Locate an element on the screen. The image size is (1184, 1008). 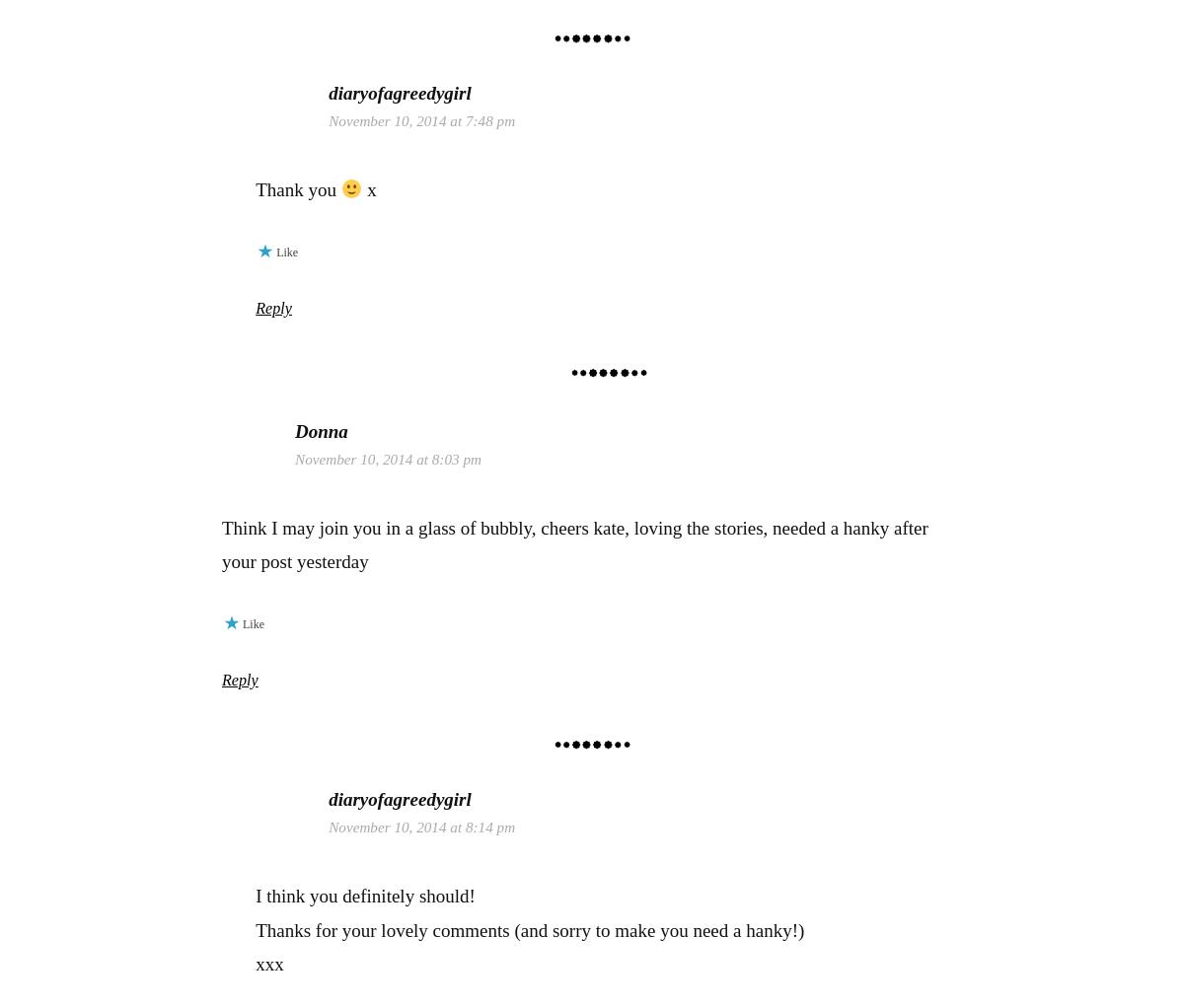
'Think I may join you in a glass of bubbly, cheers kate, loving the stories, needed a hanky after your post yesterday' is located at coordinates (573, 543).